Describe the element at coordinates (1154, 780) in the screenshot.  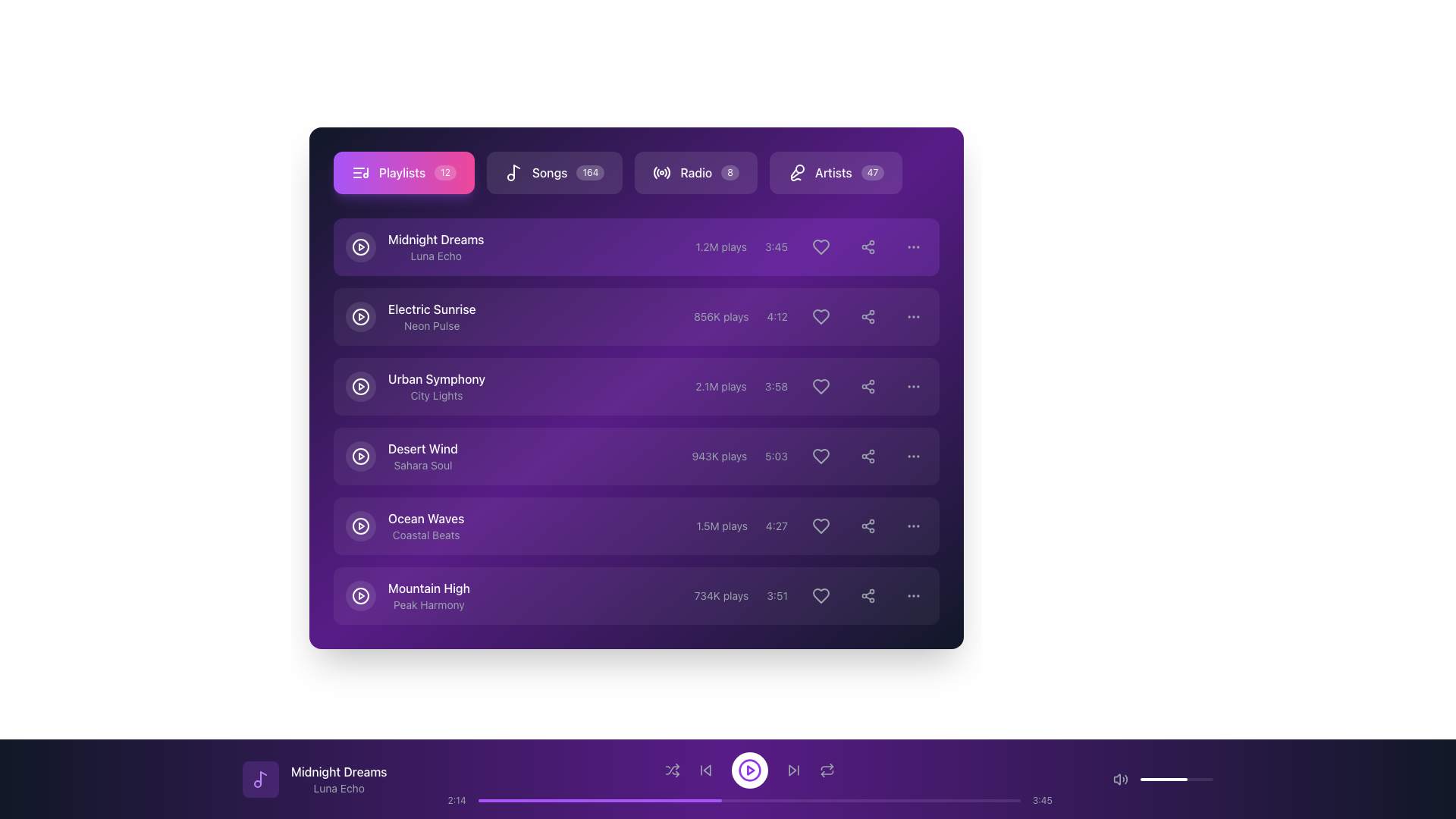
I see `the volume level` at that location.